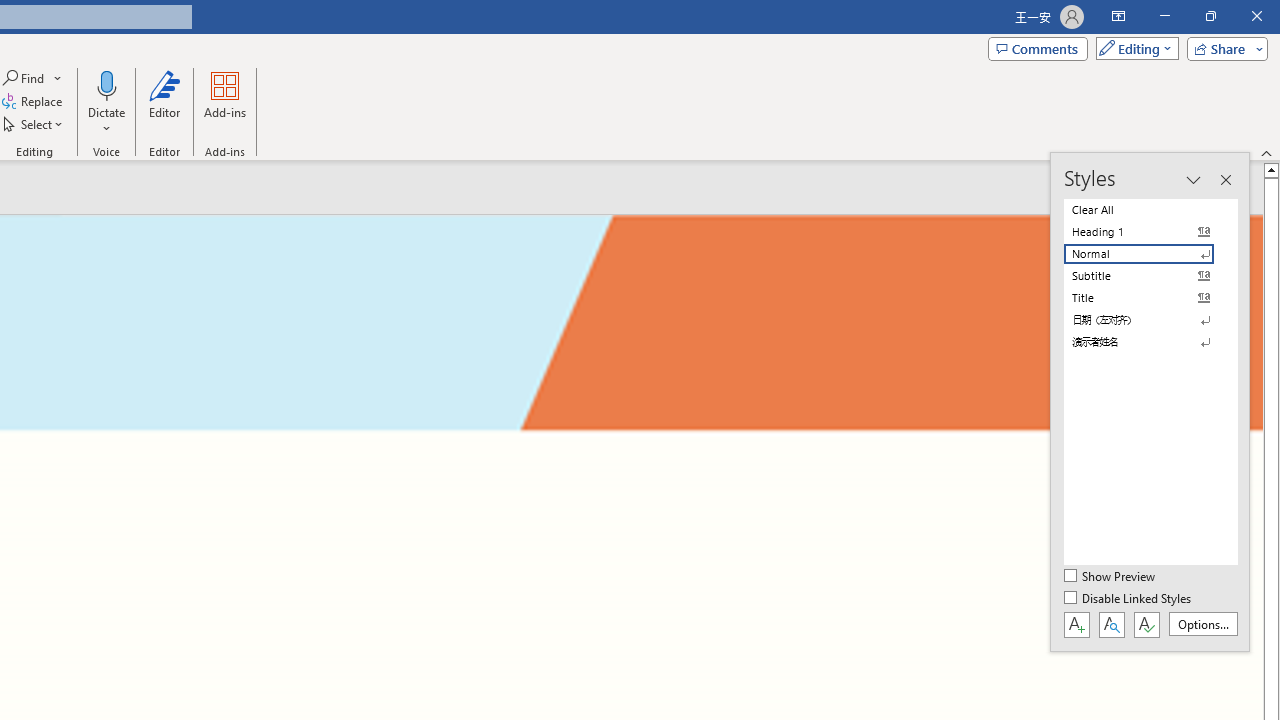 The width and height of the screenshot is (1280, 720). Describe the element at coordinates (1146, 623) in the screenshot. I see `'Class: NetUIButton'` at that location.